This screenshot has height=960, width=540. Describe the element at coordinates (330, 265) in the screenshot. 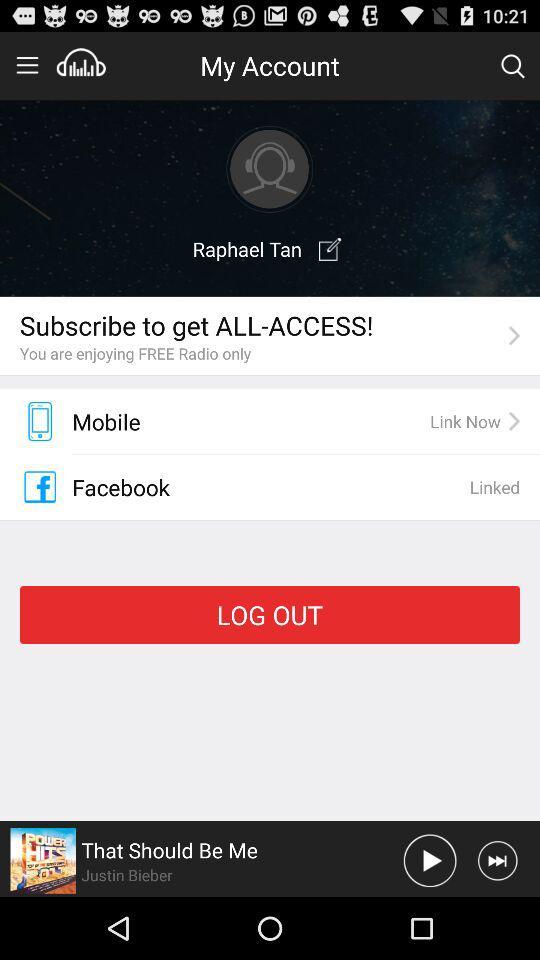

I see `the edit icon` at that location.